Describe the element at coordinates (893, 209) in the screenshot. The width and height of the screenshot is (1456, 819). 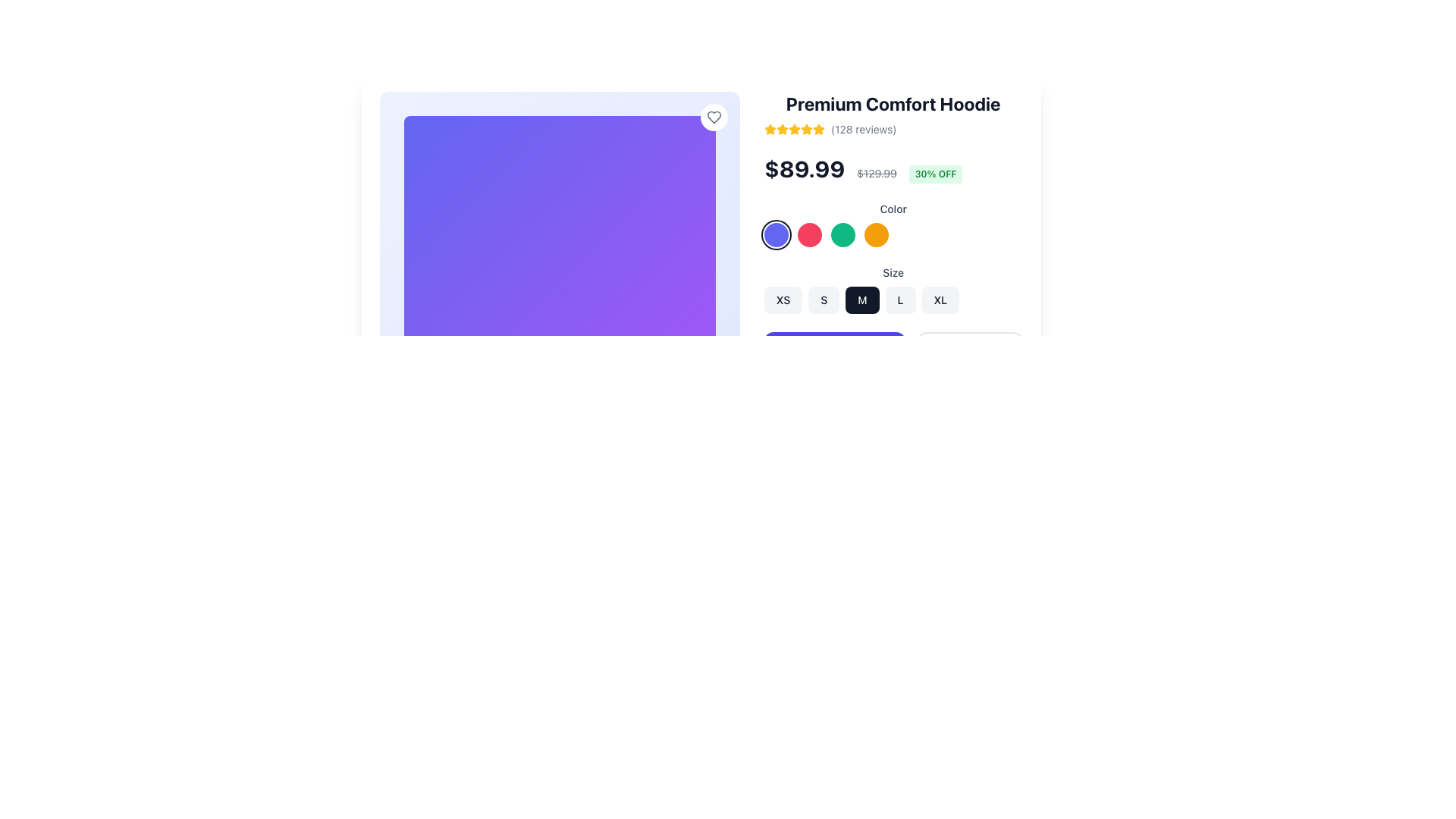
I see `the Text Label that provides context for the color selection feature, located immediately above the row of color selectors and below the price information` at that location.